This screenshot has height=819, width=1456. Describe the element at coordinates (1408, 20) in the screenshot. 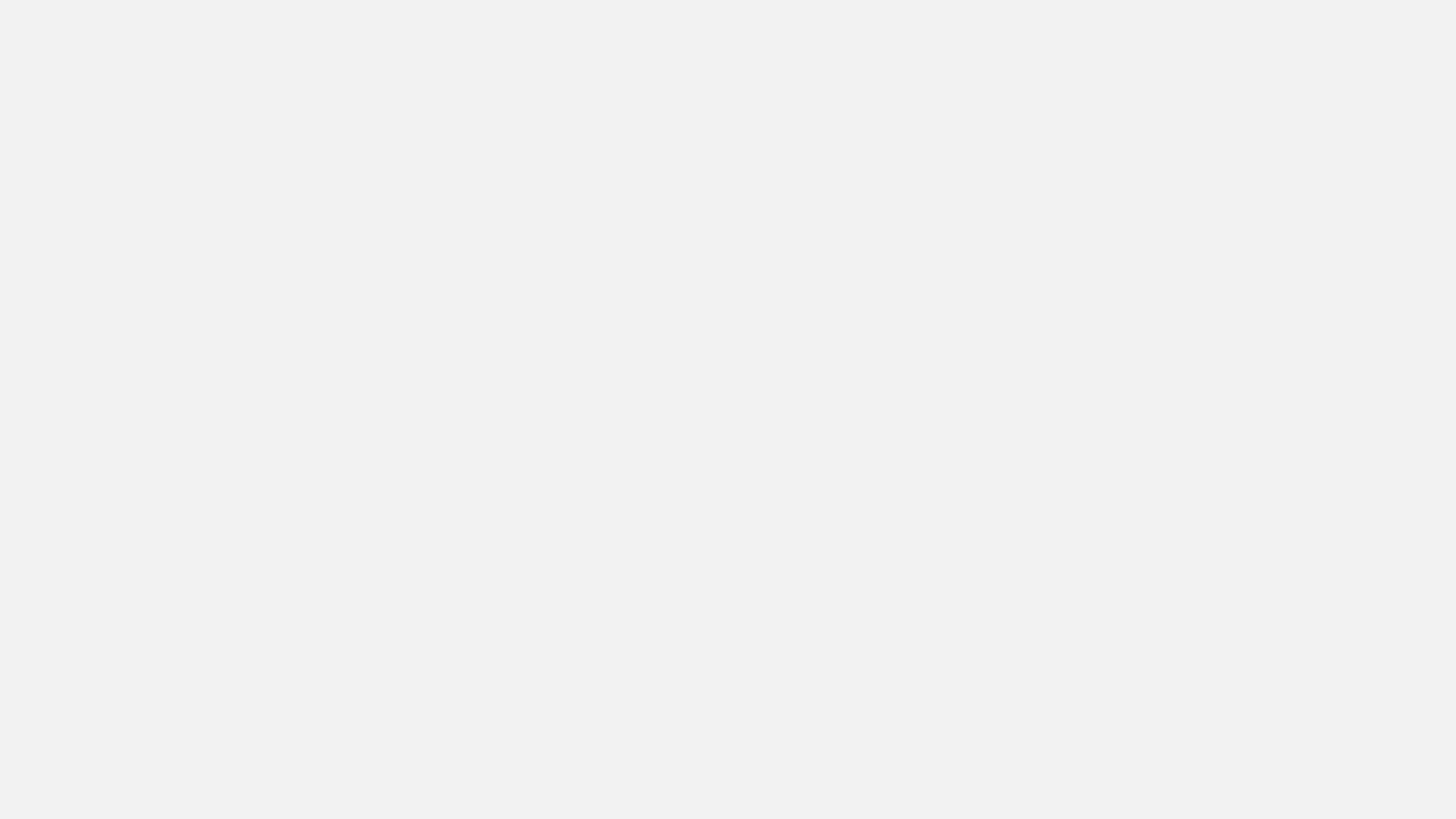

I see `Sign In` at that location.